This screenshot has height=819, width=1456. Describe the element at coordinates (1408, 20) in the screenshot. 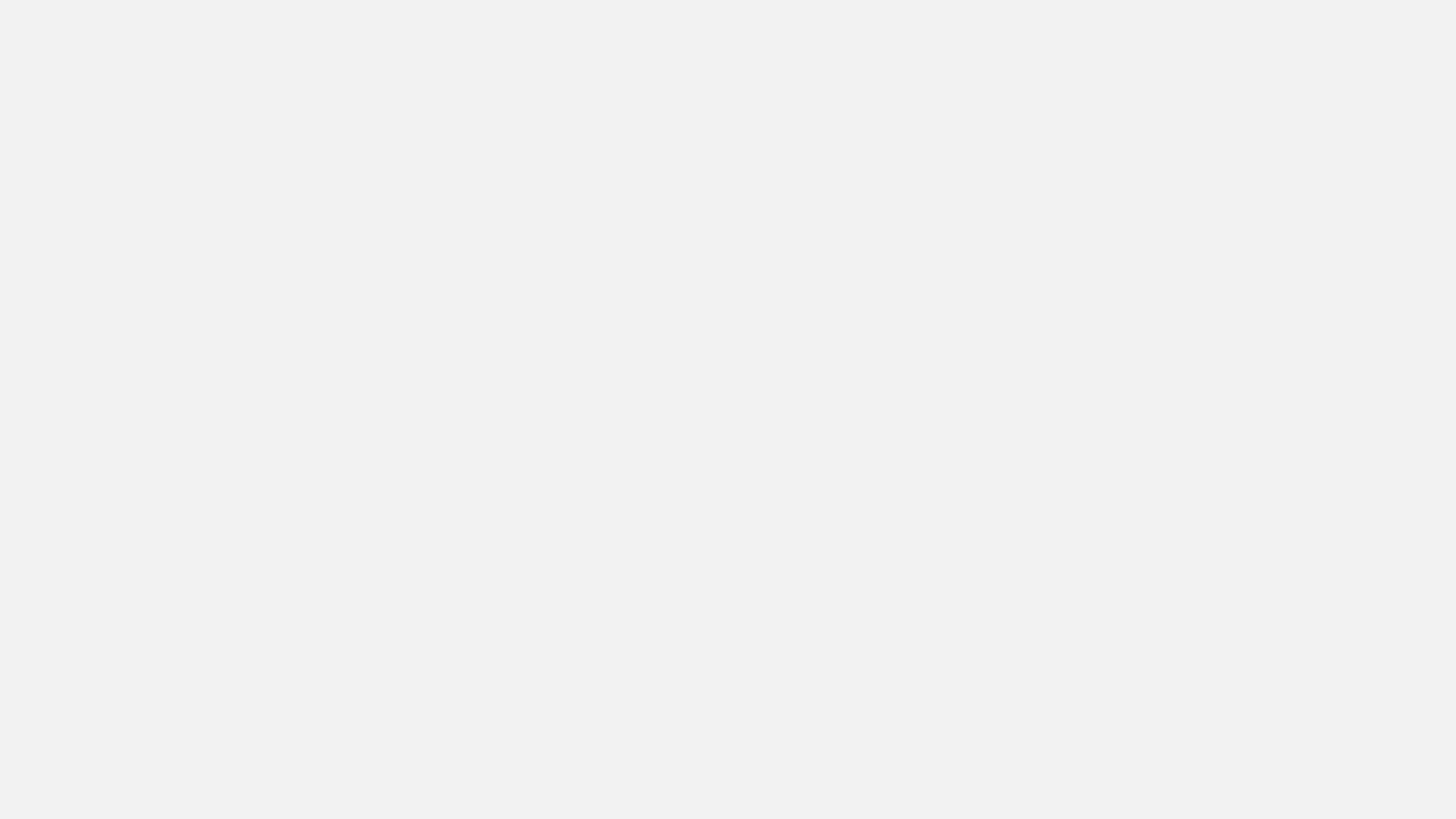

I see `Sign In` at that location.